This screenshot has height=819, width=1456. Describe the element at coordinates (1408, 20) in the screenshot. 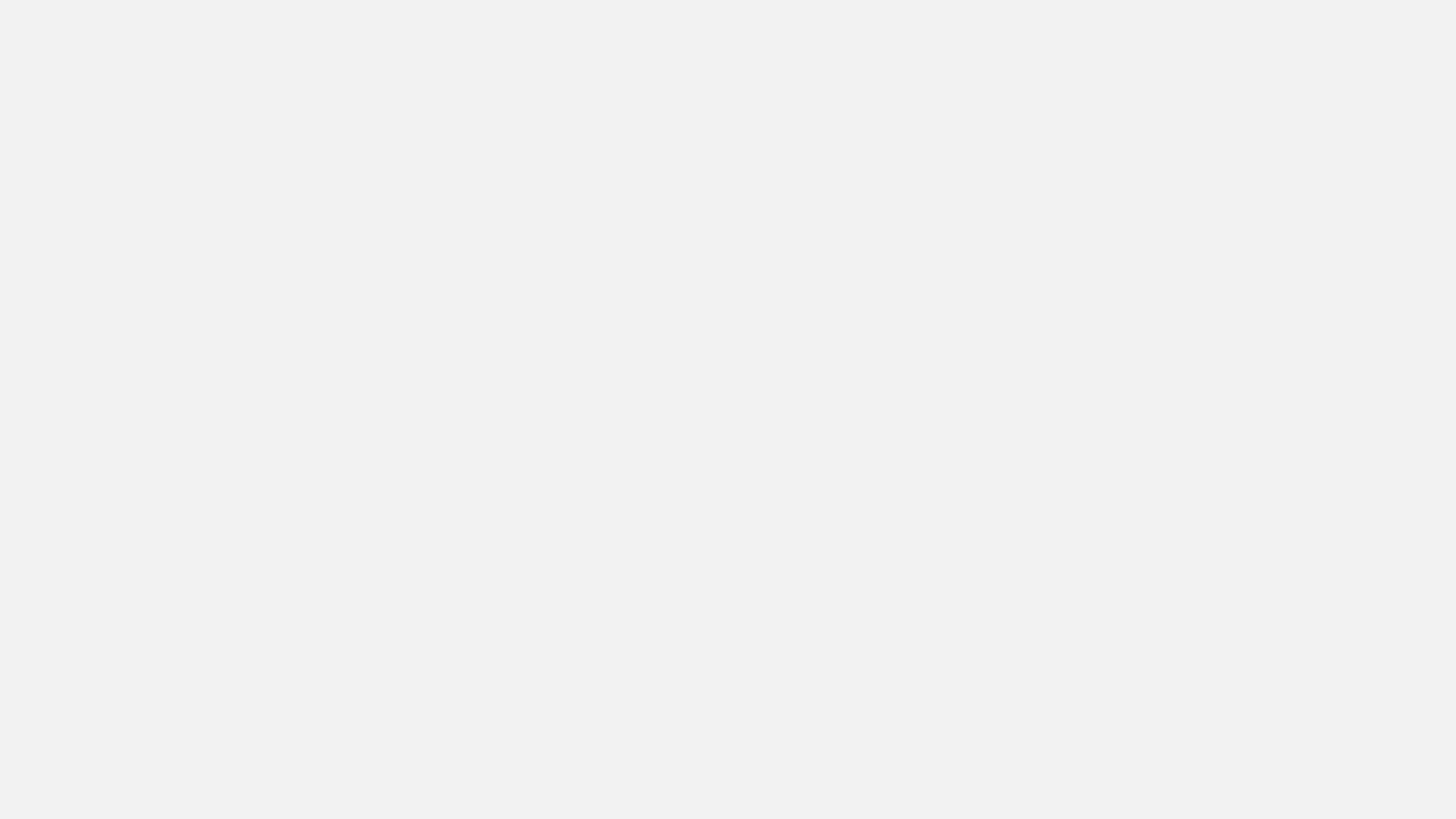

I see `Sign In` at that location.